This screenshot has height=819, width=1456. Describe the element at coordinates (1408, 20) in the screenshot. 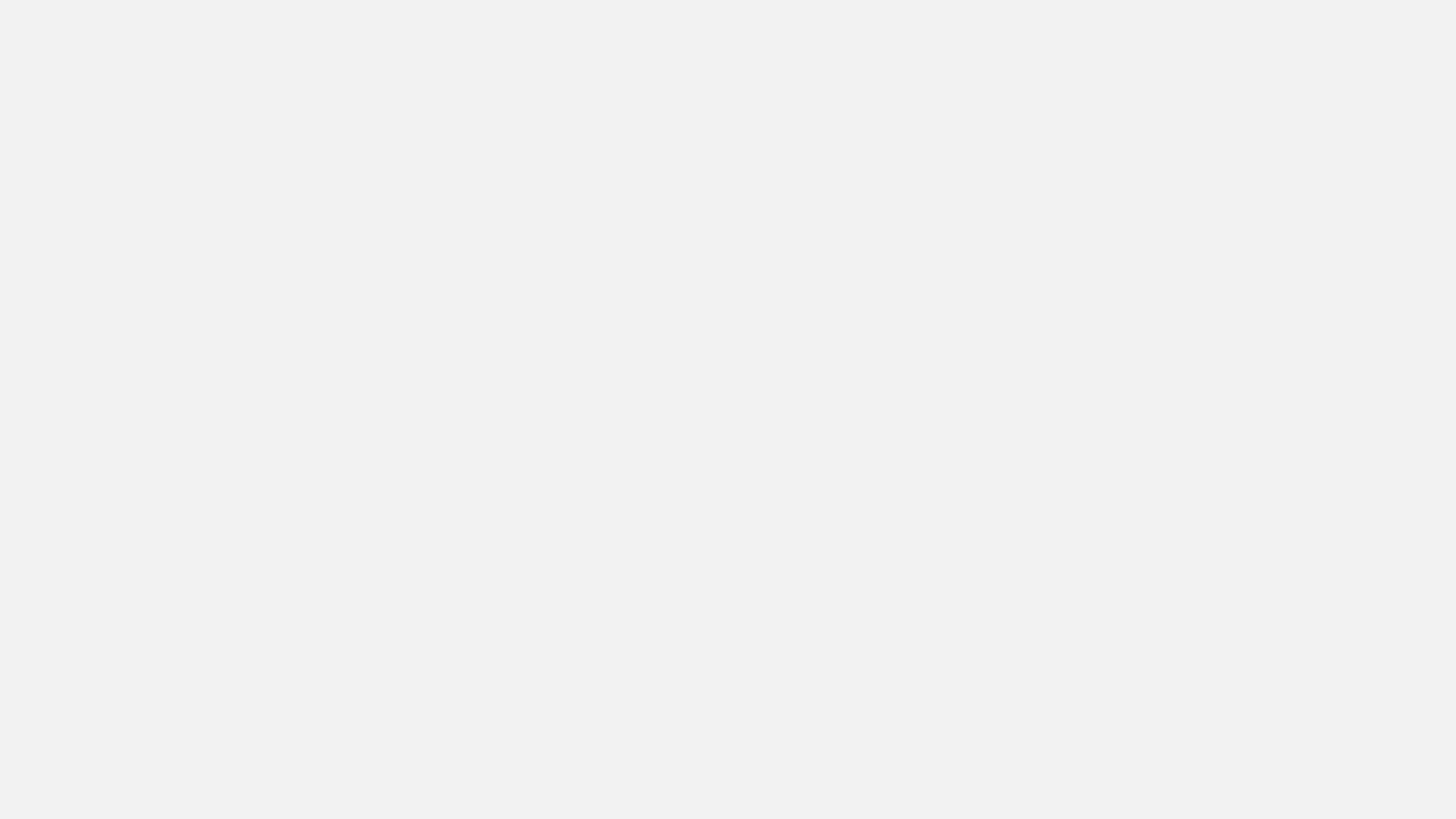

I see `Sign In` at that location.